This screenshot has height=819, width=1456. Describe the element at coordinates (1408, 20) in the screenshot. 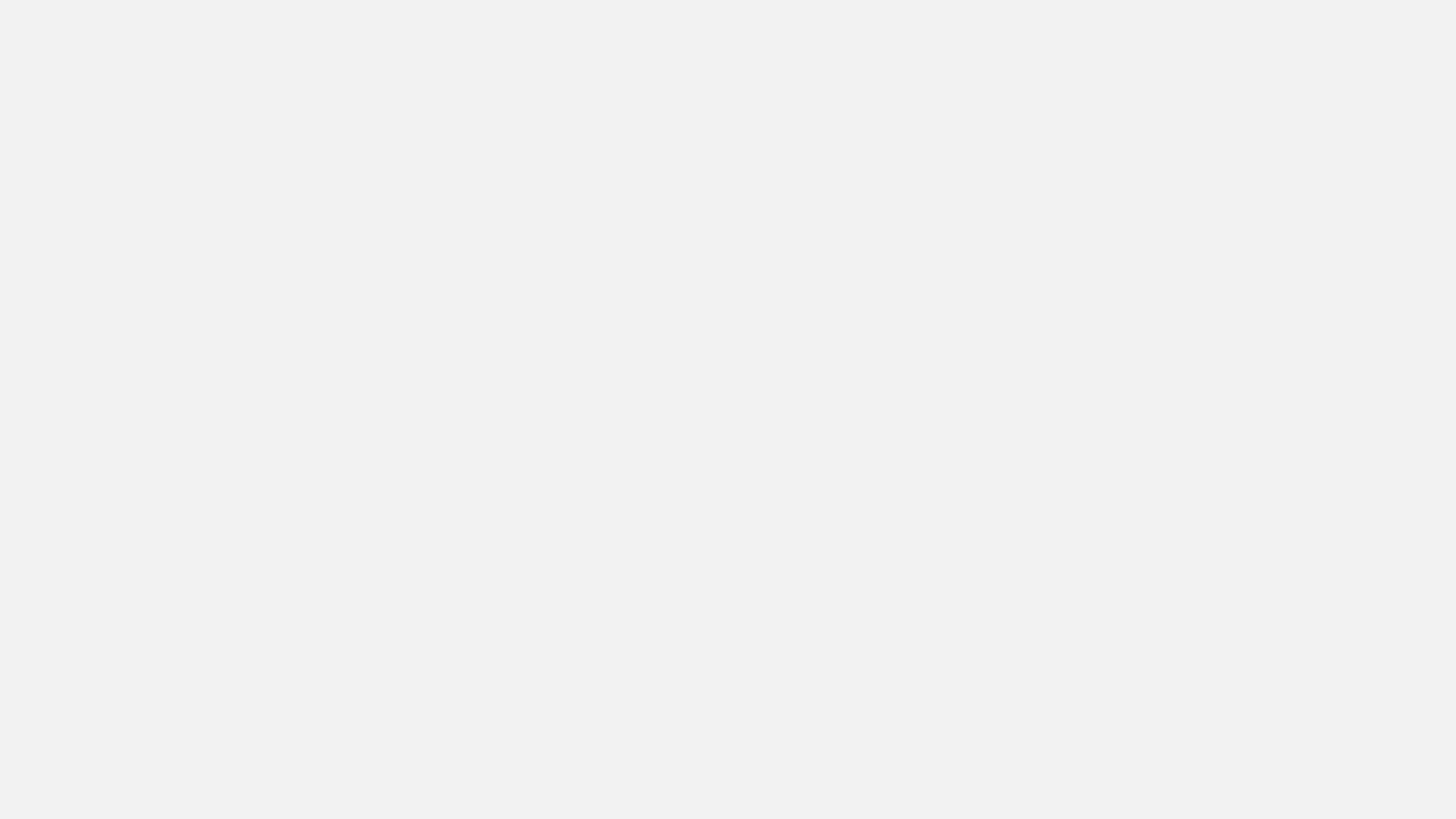

I see `Sign In` at that location.